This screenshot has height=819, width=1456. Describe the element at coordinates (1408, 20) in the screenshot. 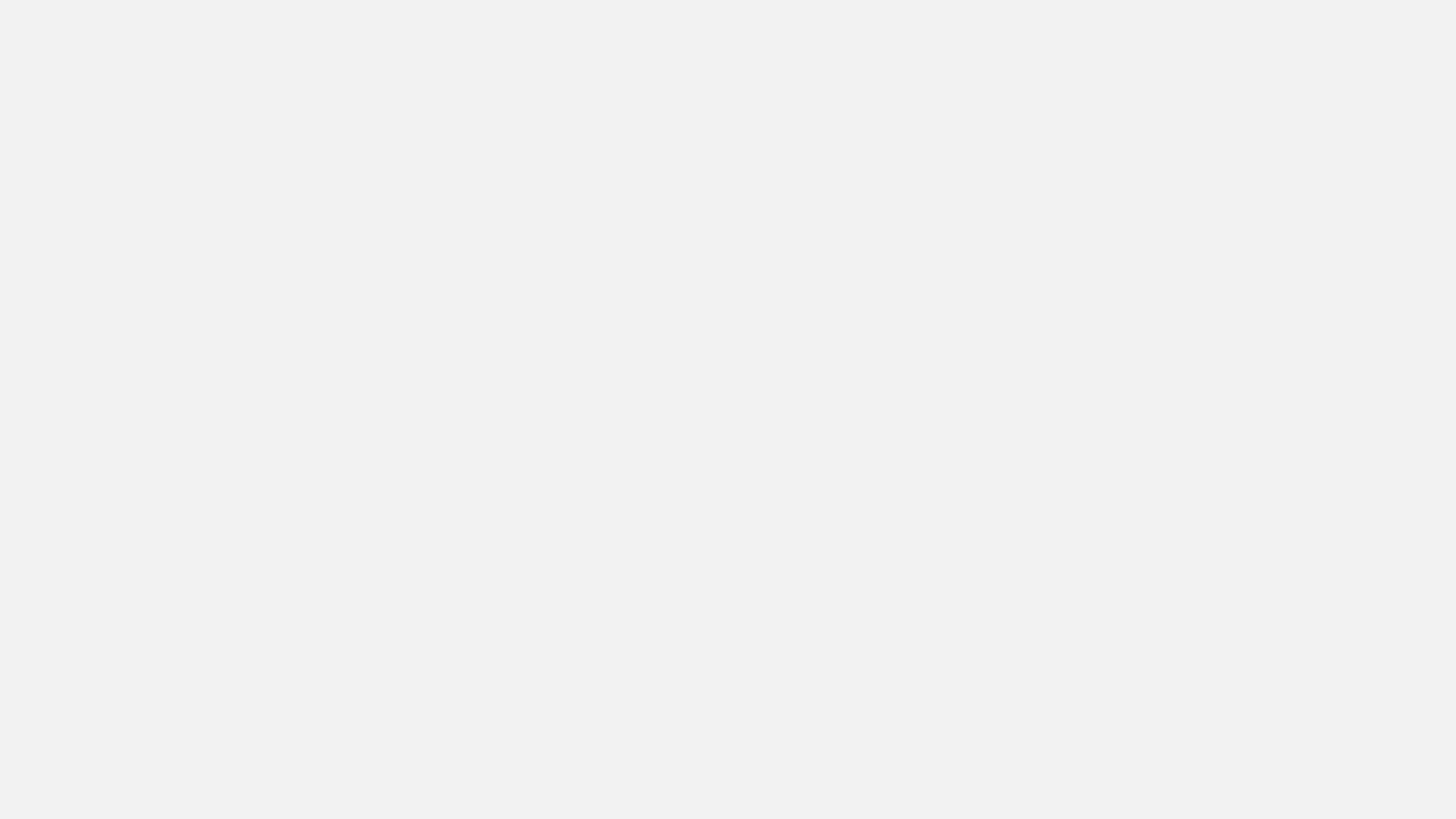

I see `Sign In` at that location.